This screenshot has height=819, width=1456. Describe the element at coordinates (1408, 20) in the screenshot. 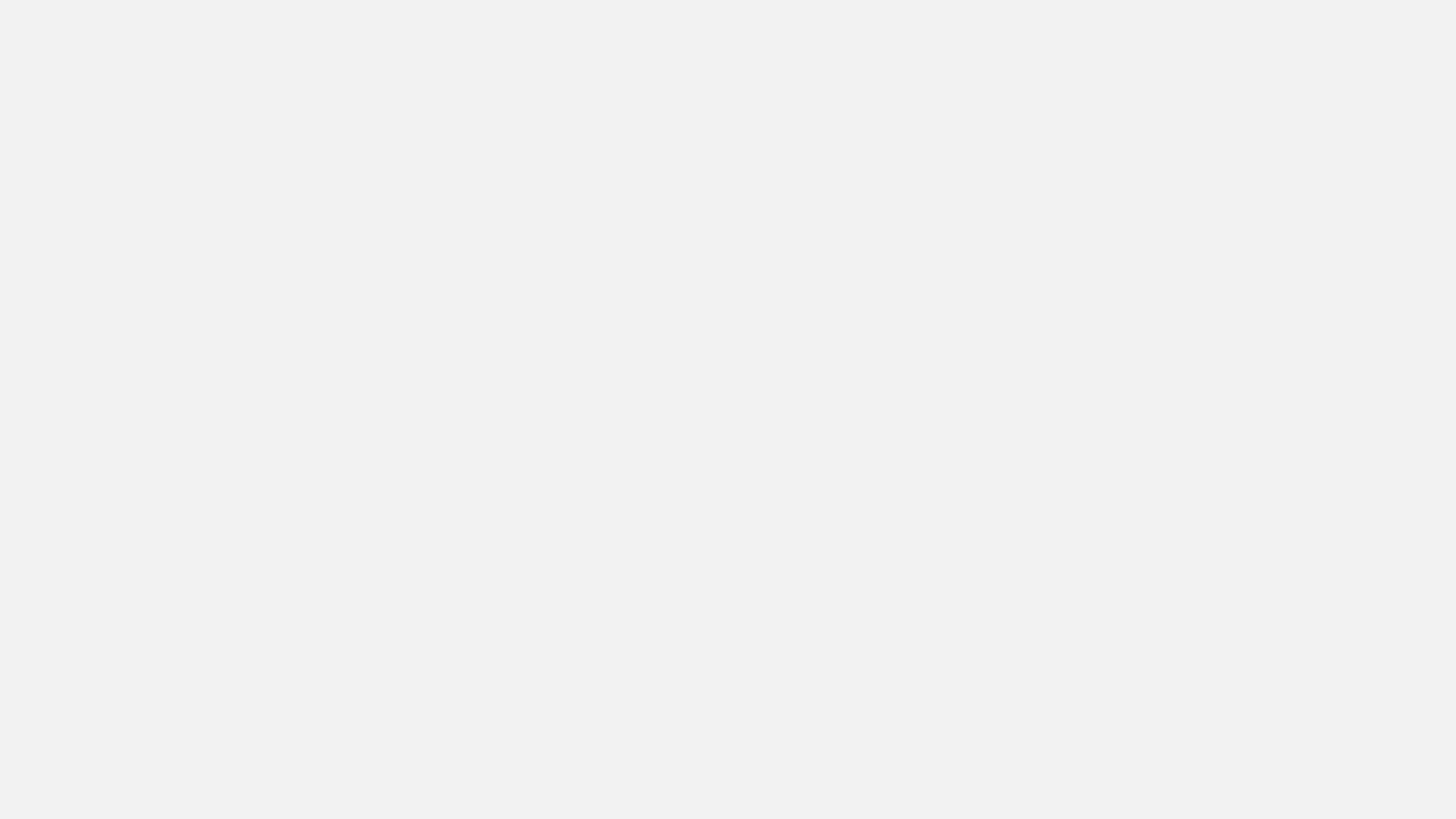

I see `Sign In` at that location.